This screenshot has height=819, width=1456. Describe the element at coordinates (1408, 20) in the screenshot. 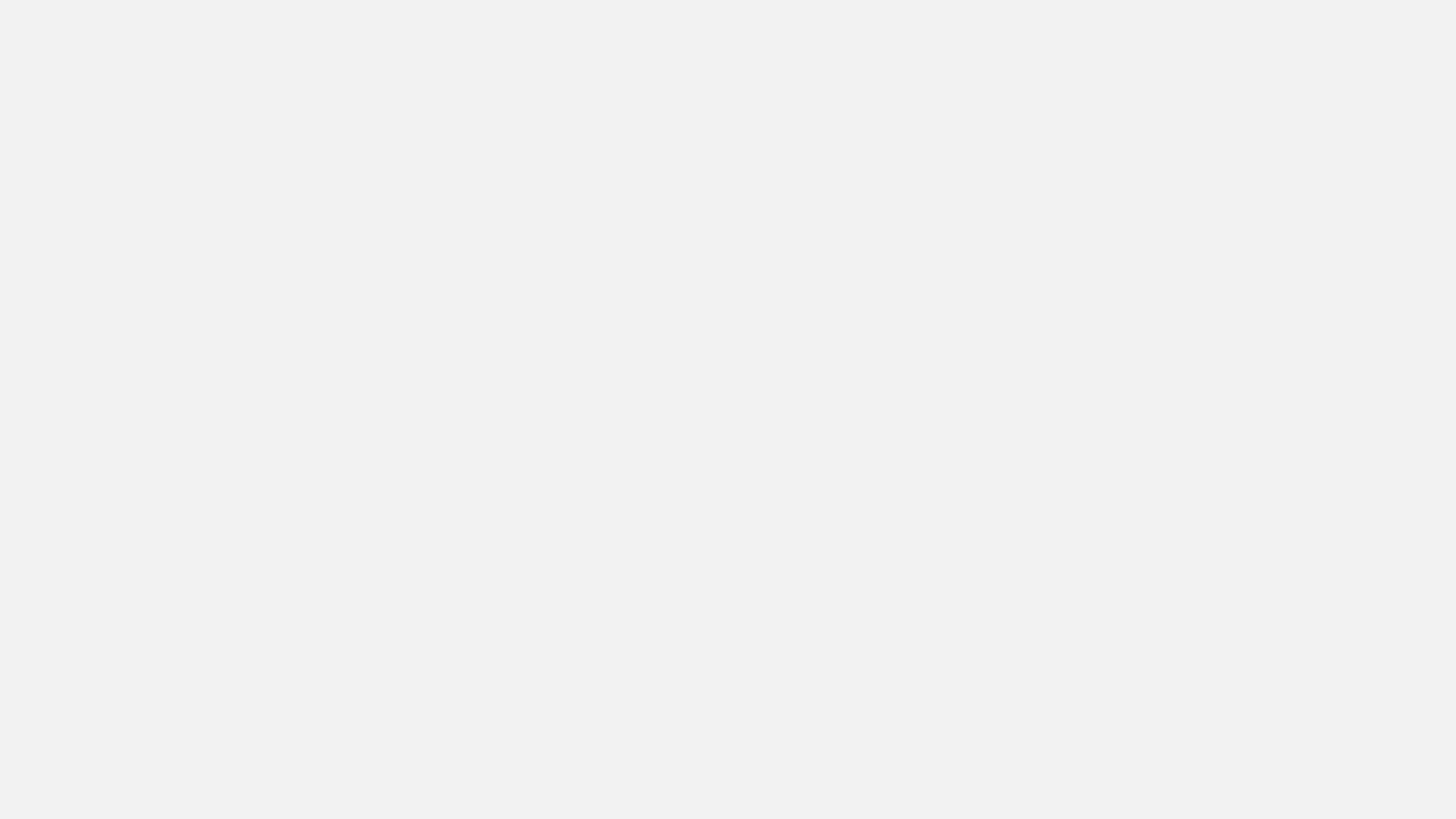

I see `Sign In` at that location.